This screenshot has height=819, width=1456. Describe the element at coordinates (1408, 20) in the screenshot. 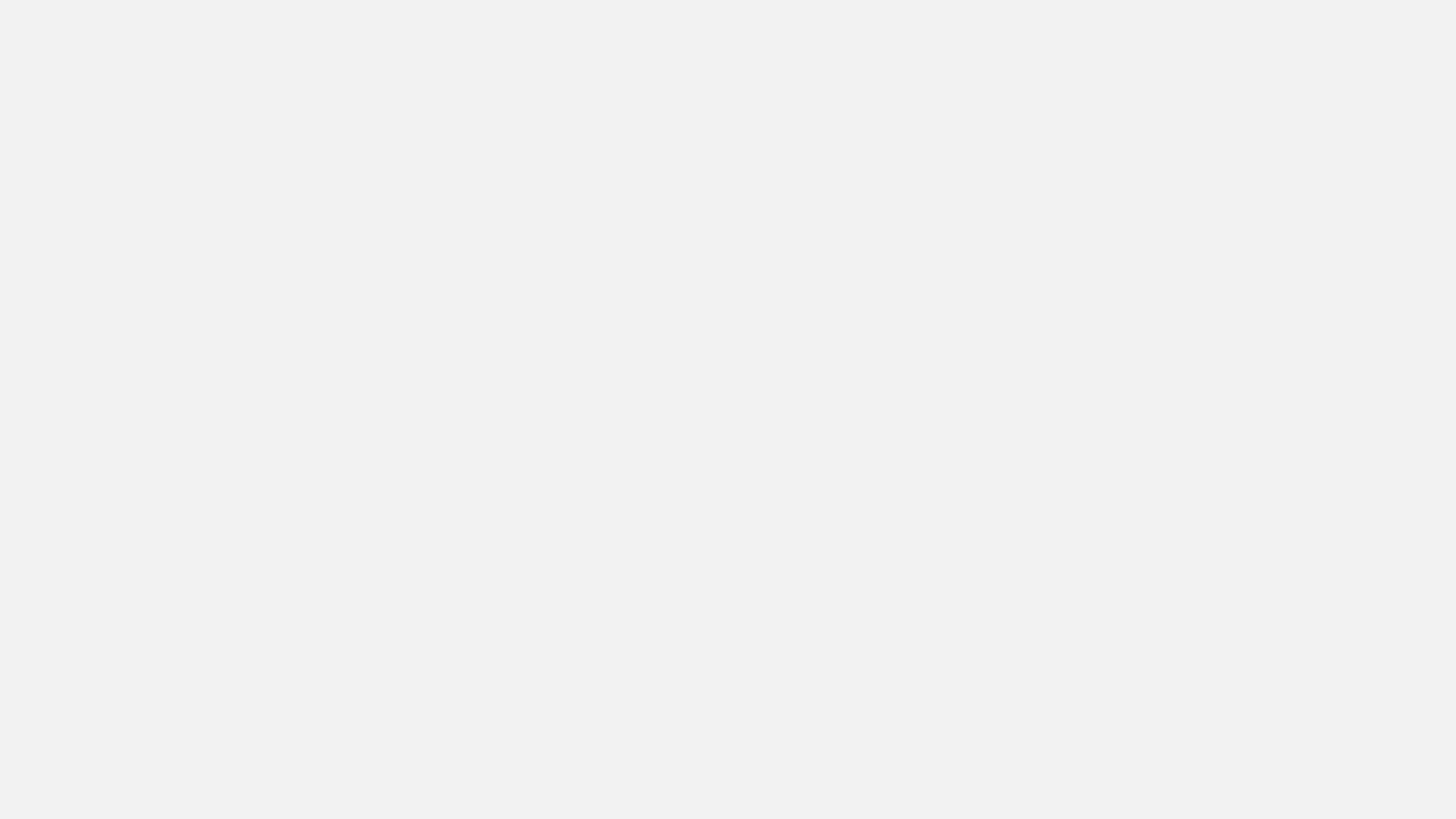

I see `Sign In` at that location.